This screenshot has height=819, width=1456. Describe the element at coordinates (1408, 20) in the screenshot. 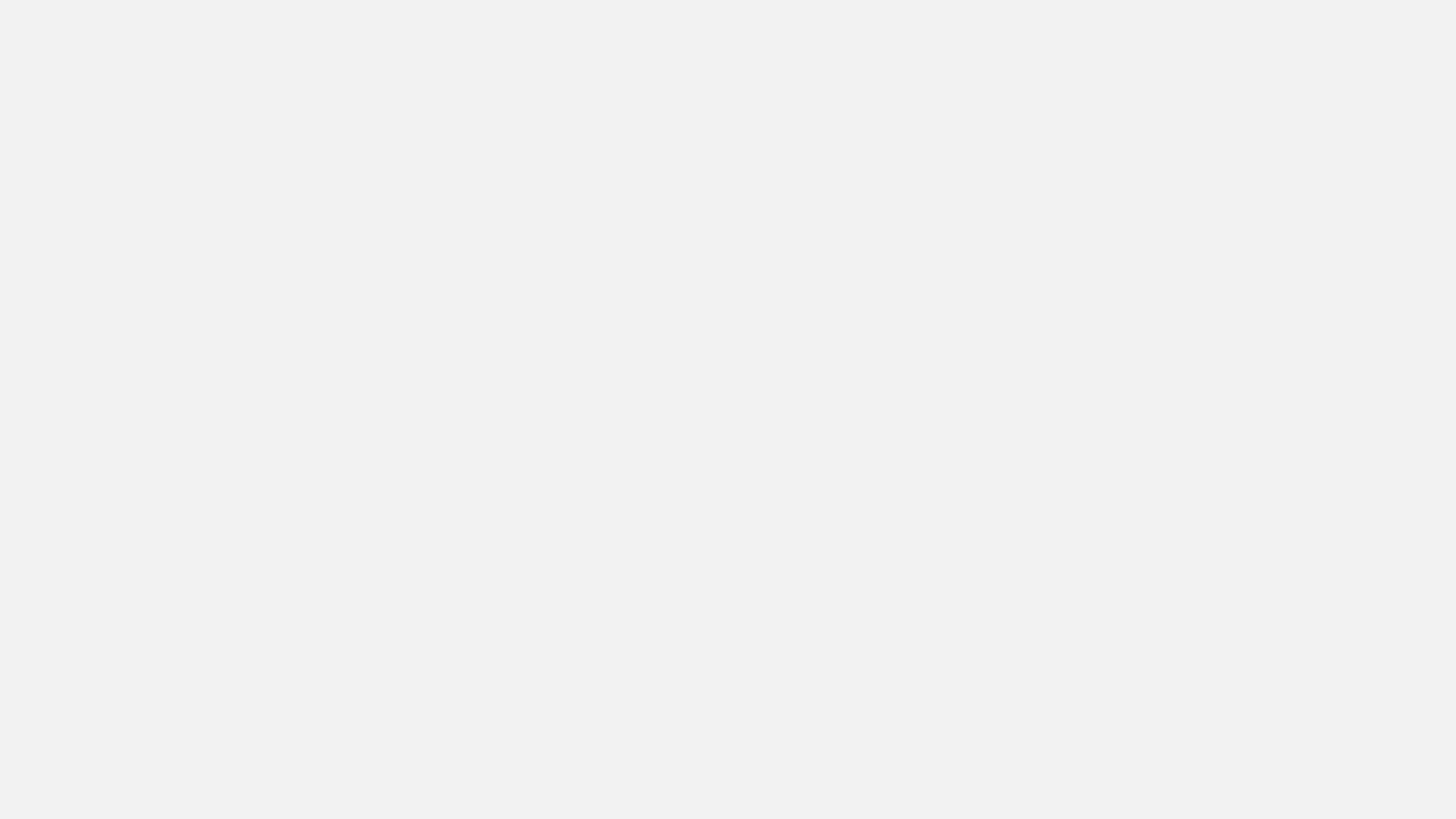

I see `Sign In` at that location.